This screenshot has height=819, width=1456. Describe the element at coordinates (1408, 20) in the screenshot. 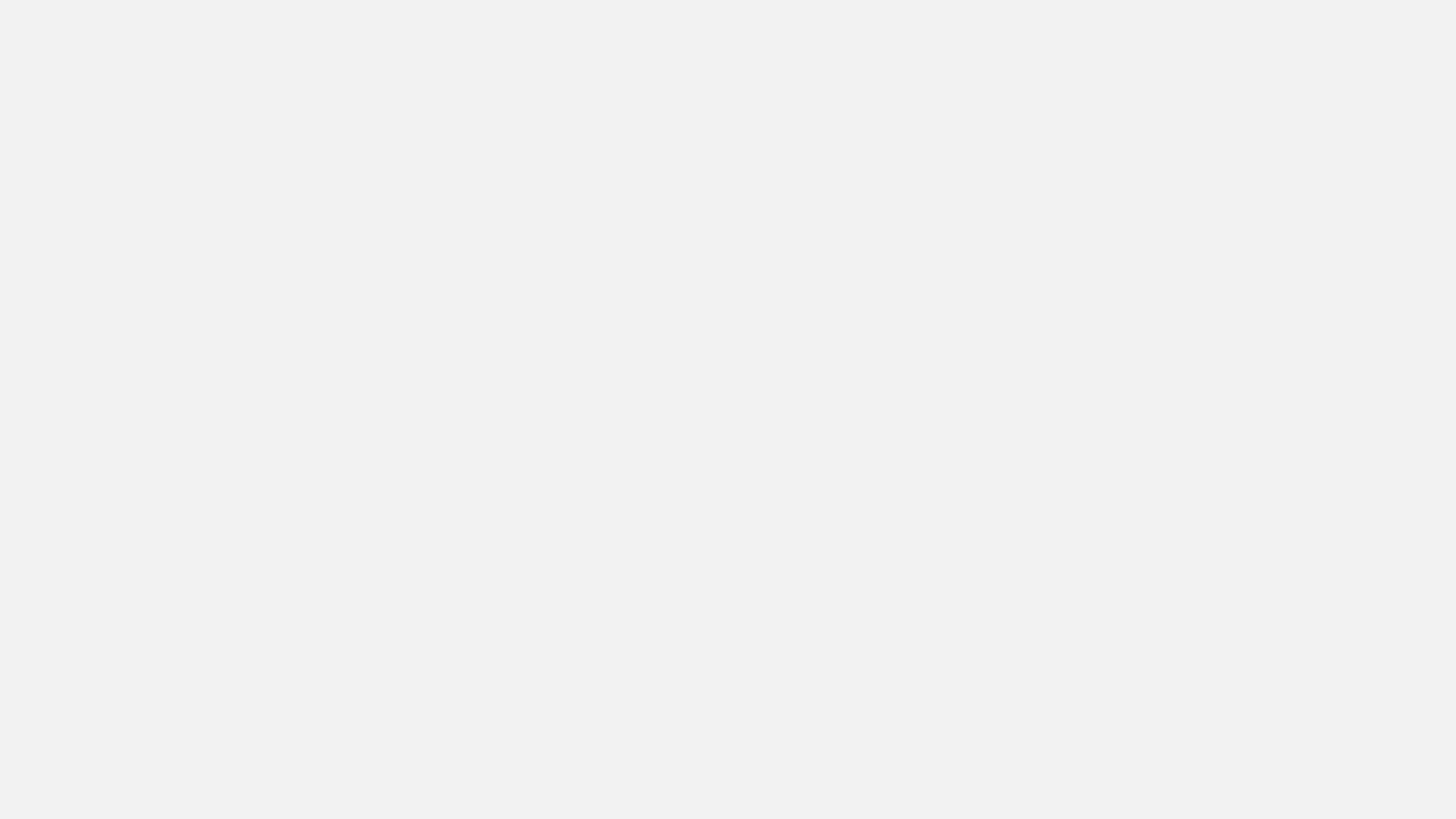

I see `Sign In` at that location.